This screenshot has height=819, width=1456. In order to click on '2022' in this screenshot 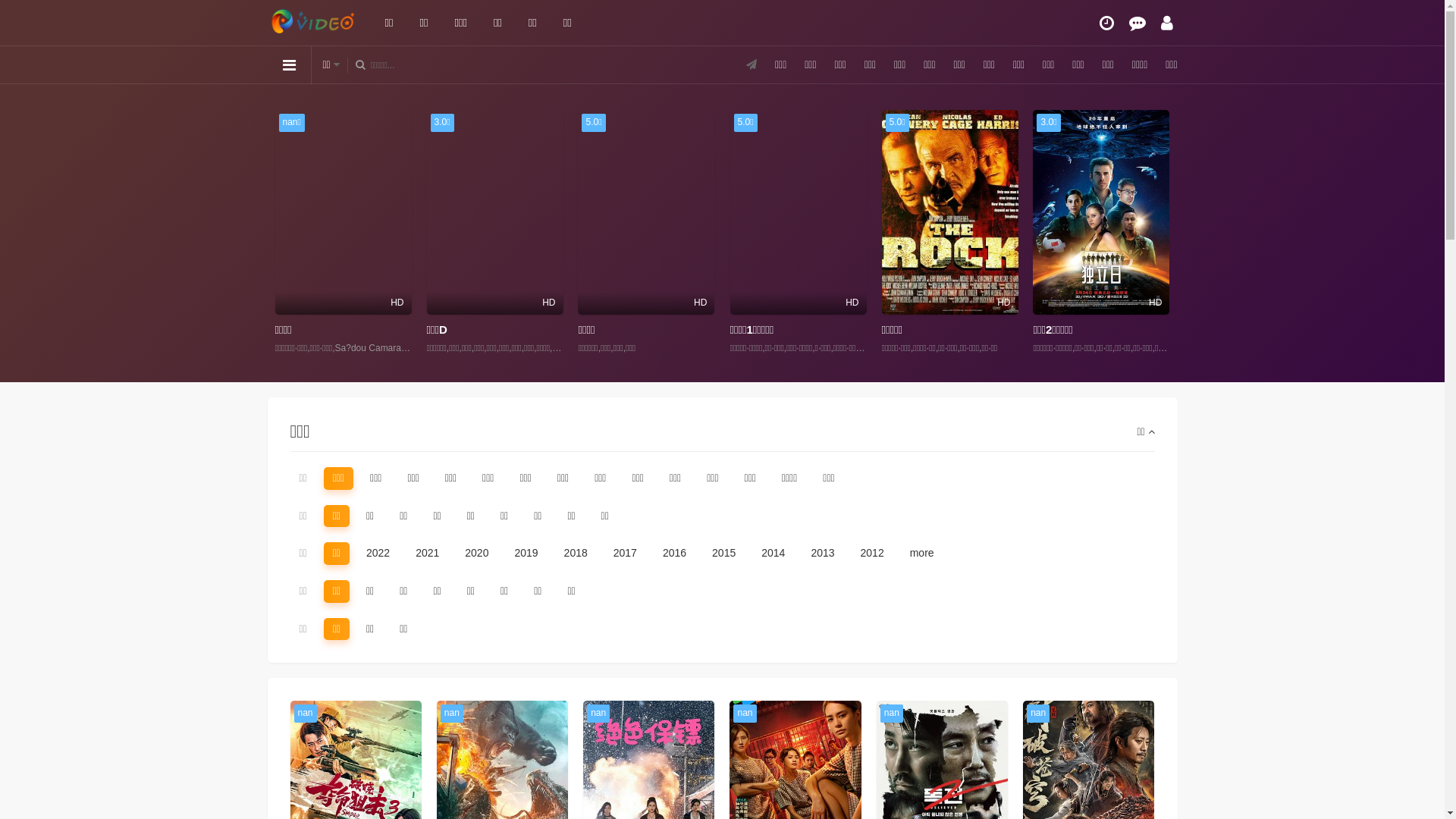, I will do `click(356, 553)`.